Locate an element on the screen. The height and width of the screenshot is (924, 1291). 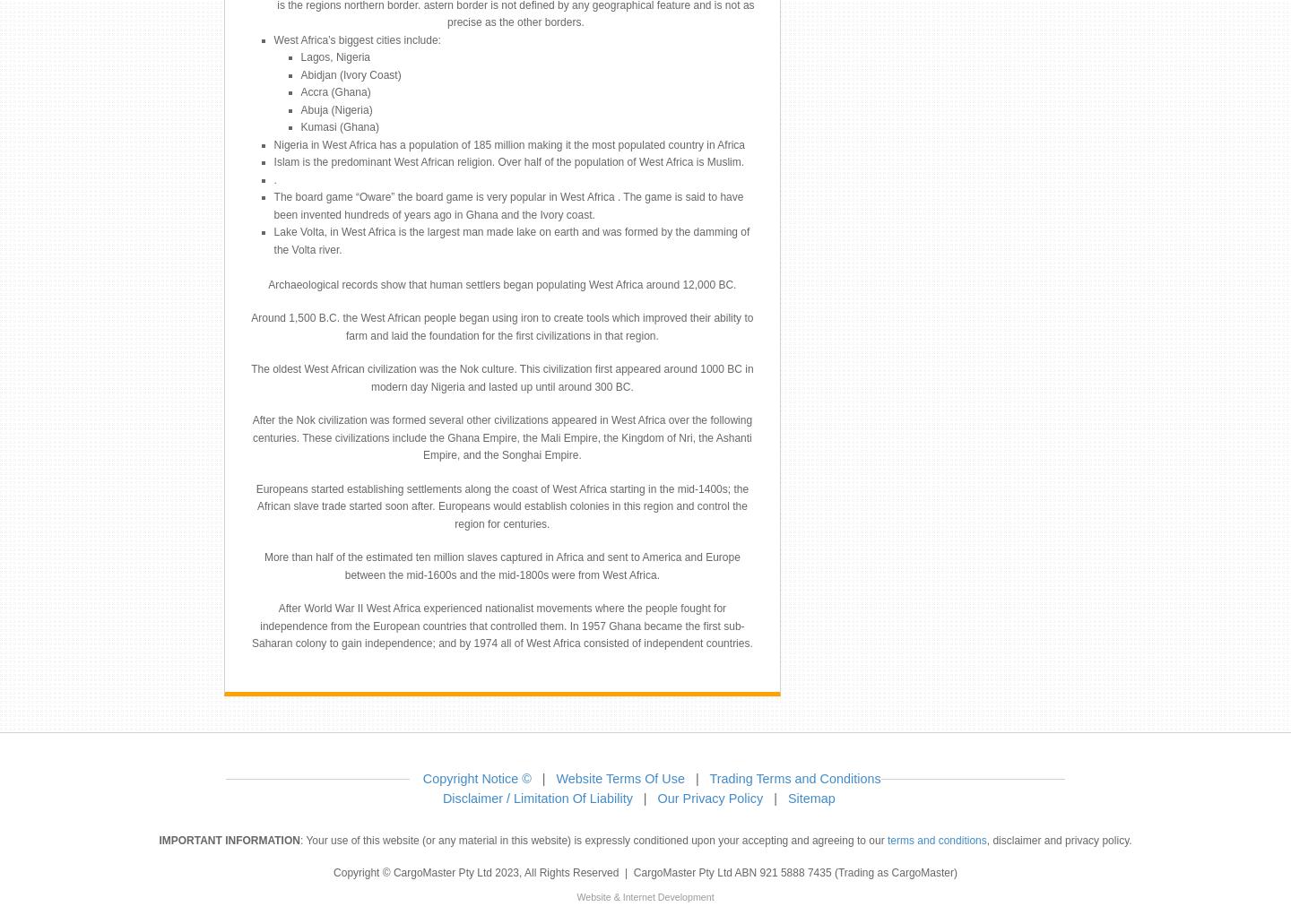
'Copyright Notice ©' is located at coordinates (475, 777).